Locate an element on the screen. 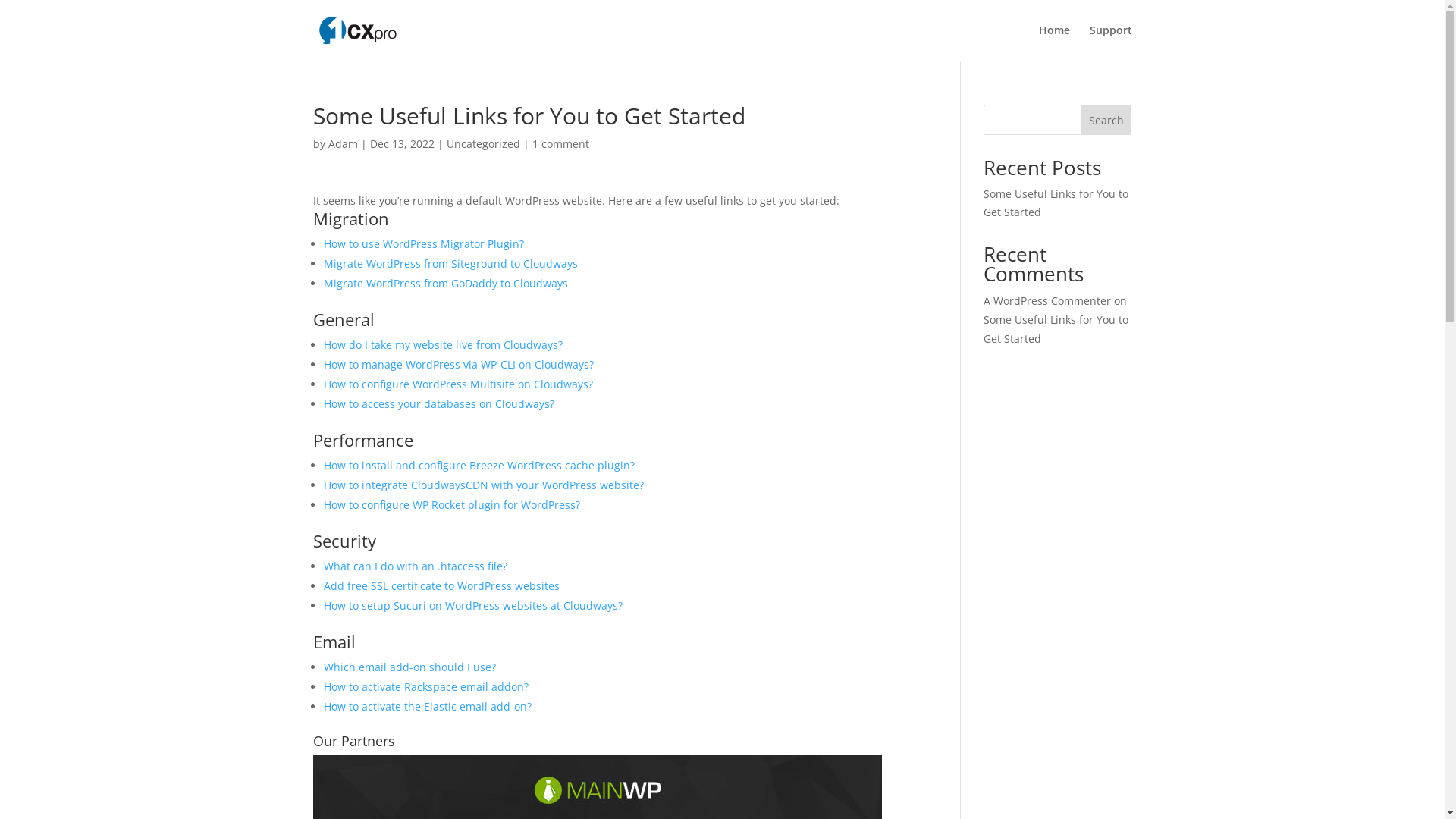 This screenshot has width=1456, height=819. 'How to setup Sucuri on WordPress websites at Cloudways?' is located at coordinates (472, 604).